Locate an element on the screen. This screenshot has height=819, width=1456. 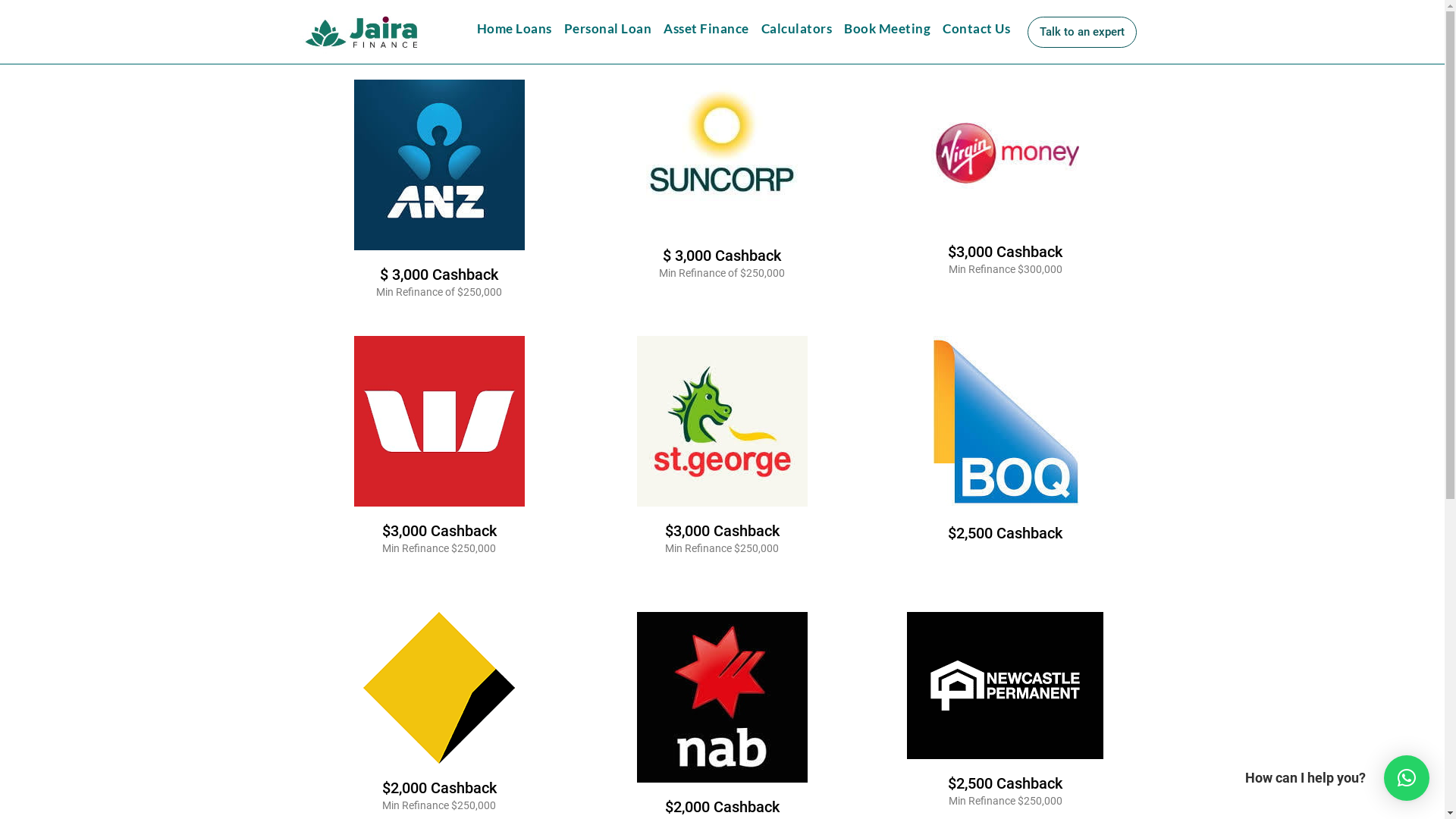
'Personal Loan' is located at coordinates (607, 29).